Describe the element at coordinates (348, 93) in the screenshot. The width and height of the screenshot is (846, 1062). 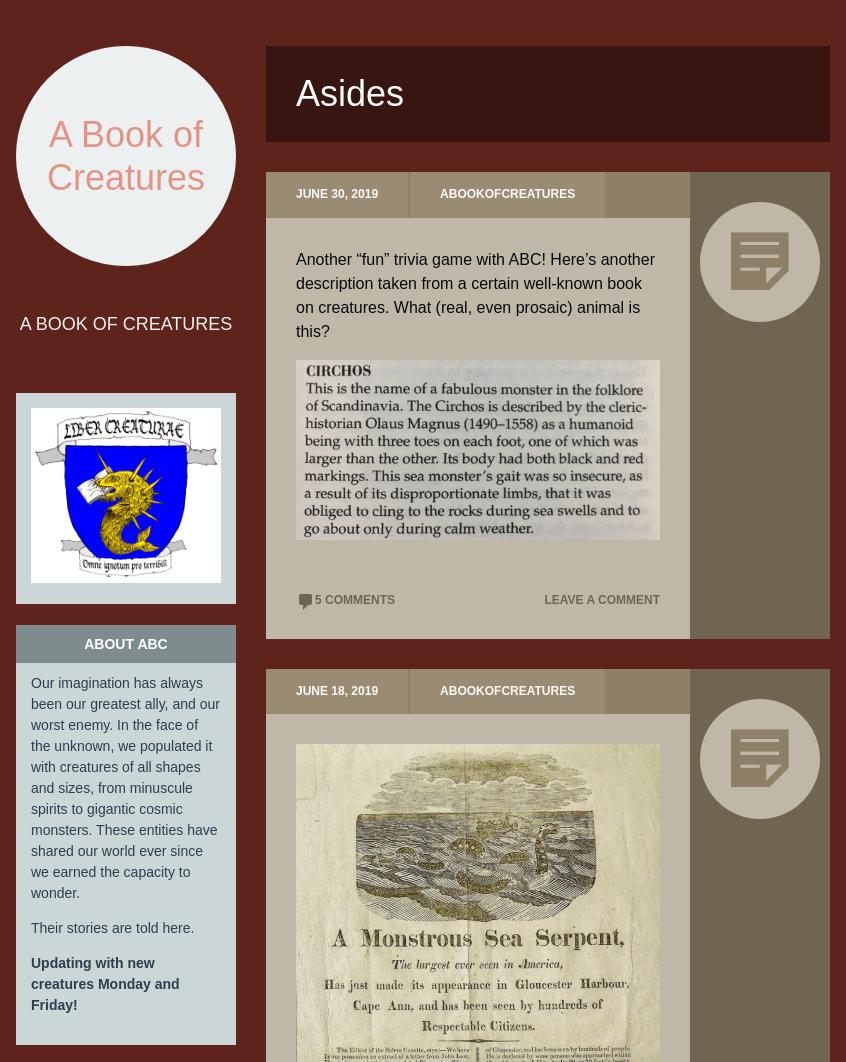
I see `'Asides'` at that location.